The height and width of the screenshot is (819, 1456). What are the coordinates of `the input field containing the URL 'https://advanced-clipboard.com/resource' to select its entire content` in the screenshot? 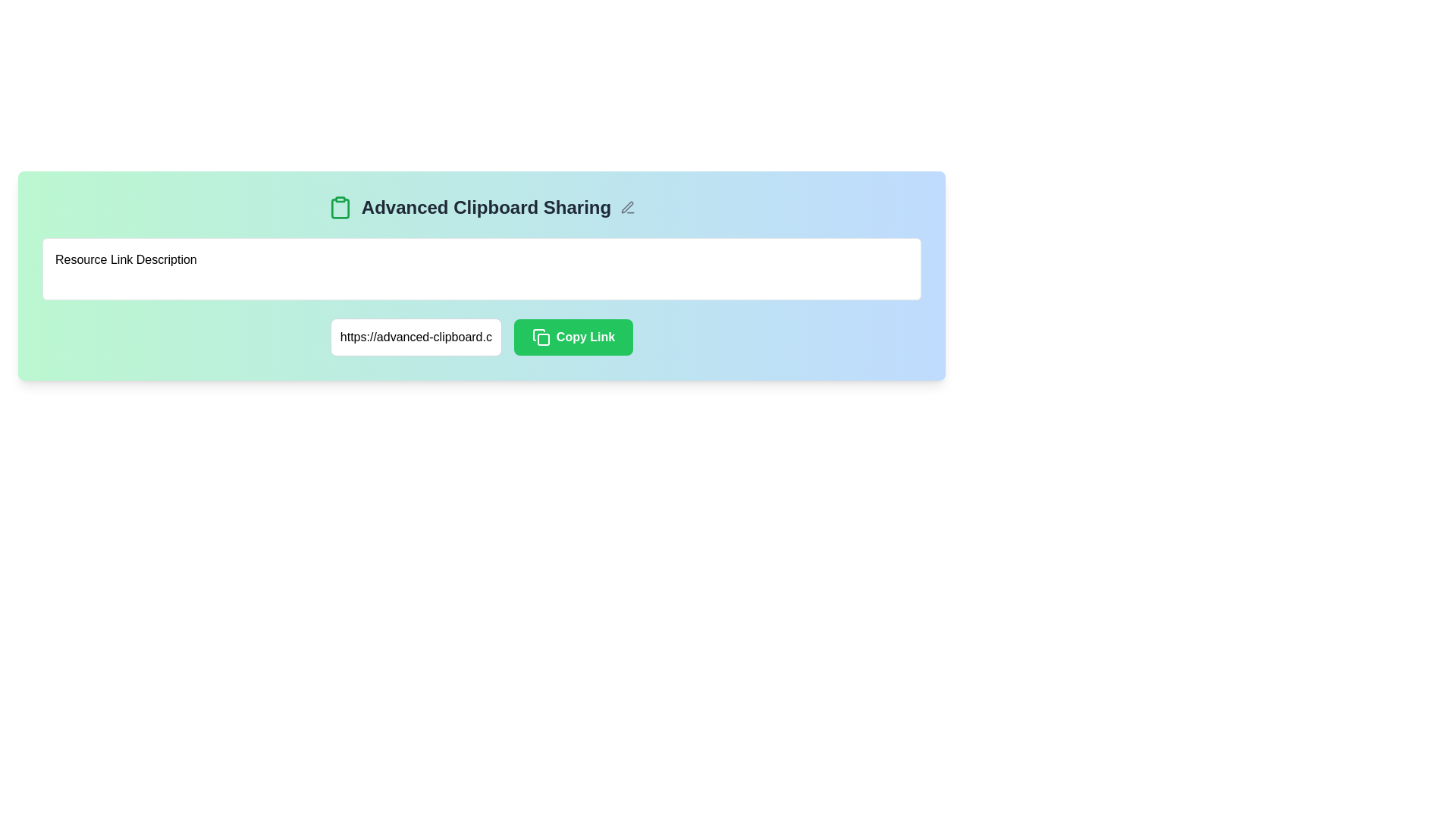 It's located at (481, 336).